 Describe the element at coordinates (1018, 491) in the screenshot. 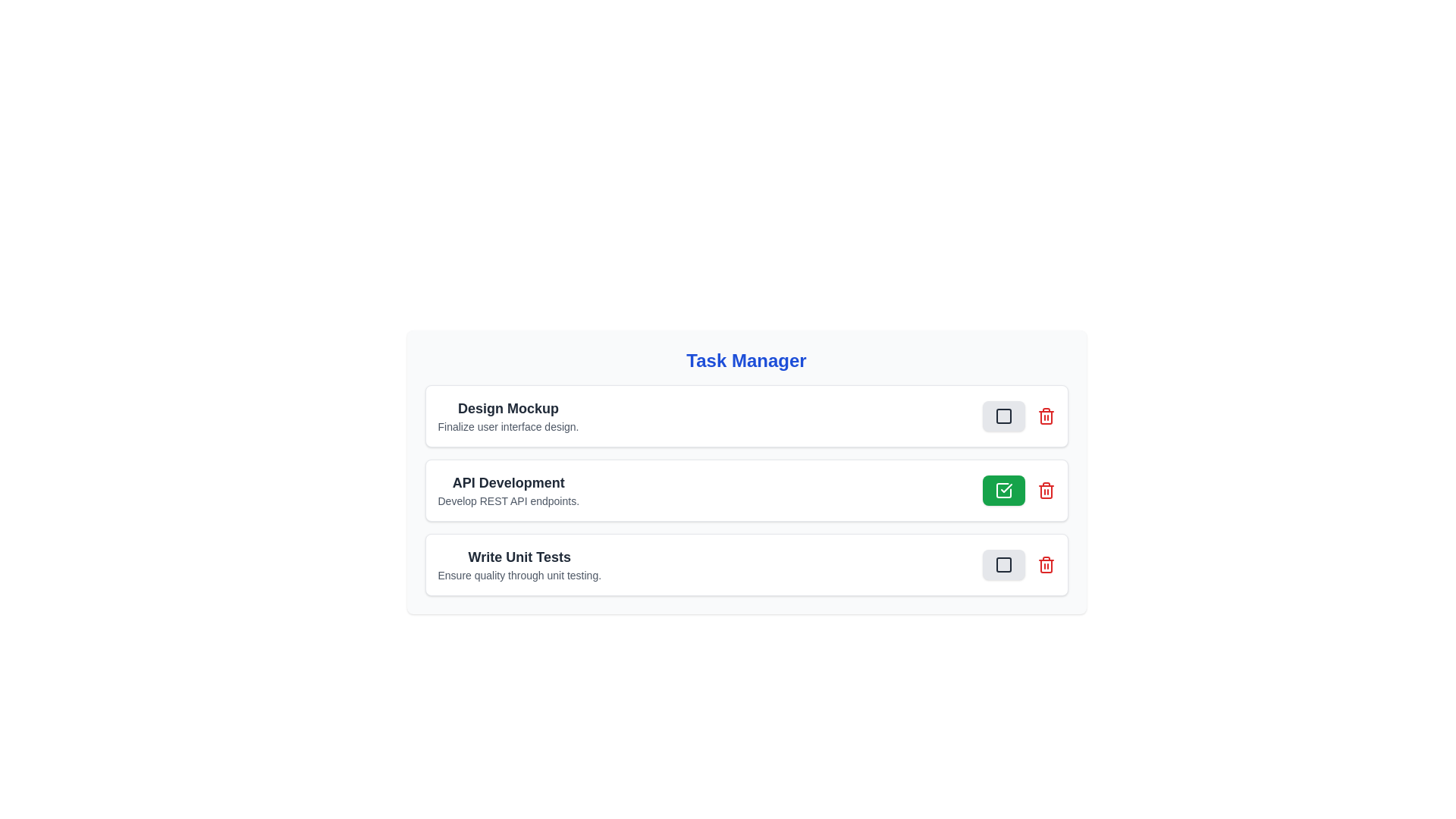

I see `the green rectangular button with rounded edges and a white check mark icon` at that location.